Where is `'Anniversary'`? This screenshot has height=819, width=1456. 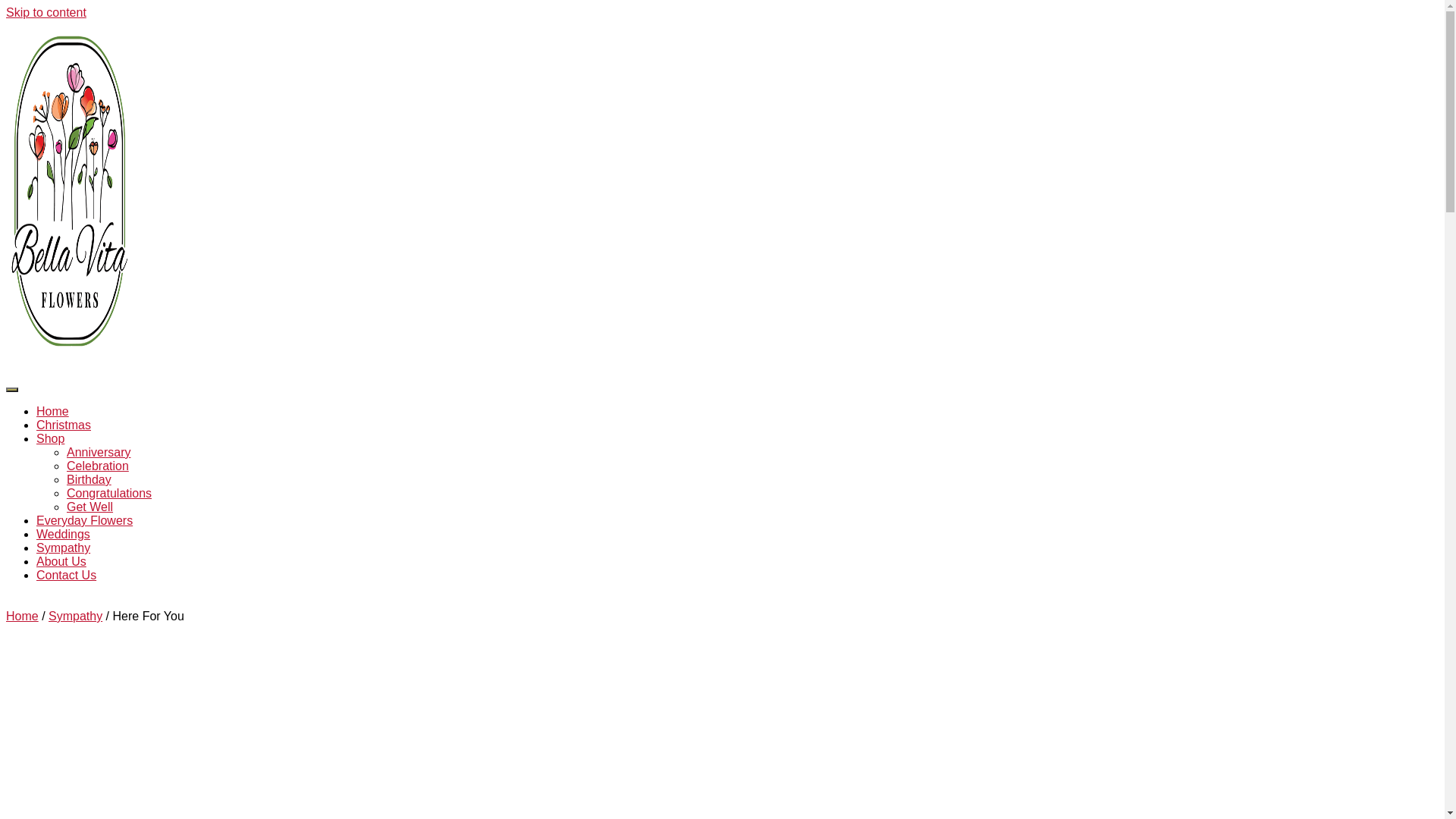 'Anniversary' is located at coordinates (97, 451).